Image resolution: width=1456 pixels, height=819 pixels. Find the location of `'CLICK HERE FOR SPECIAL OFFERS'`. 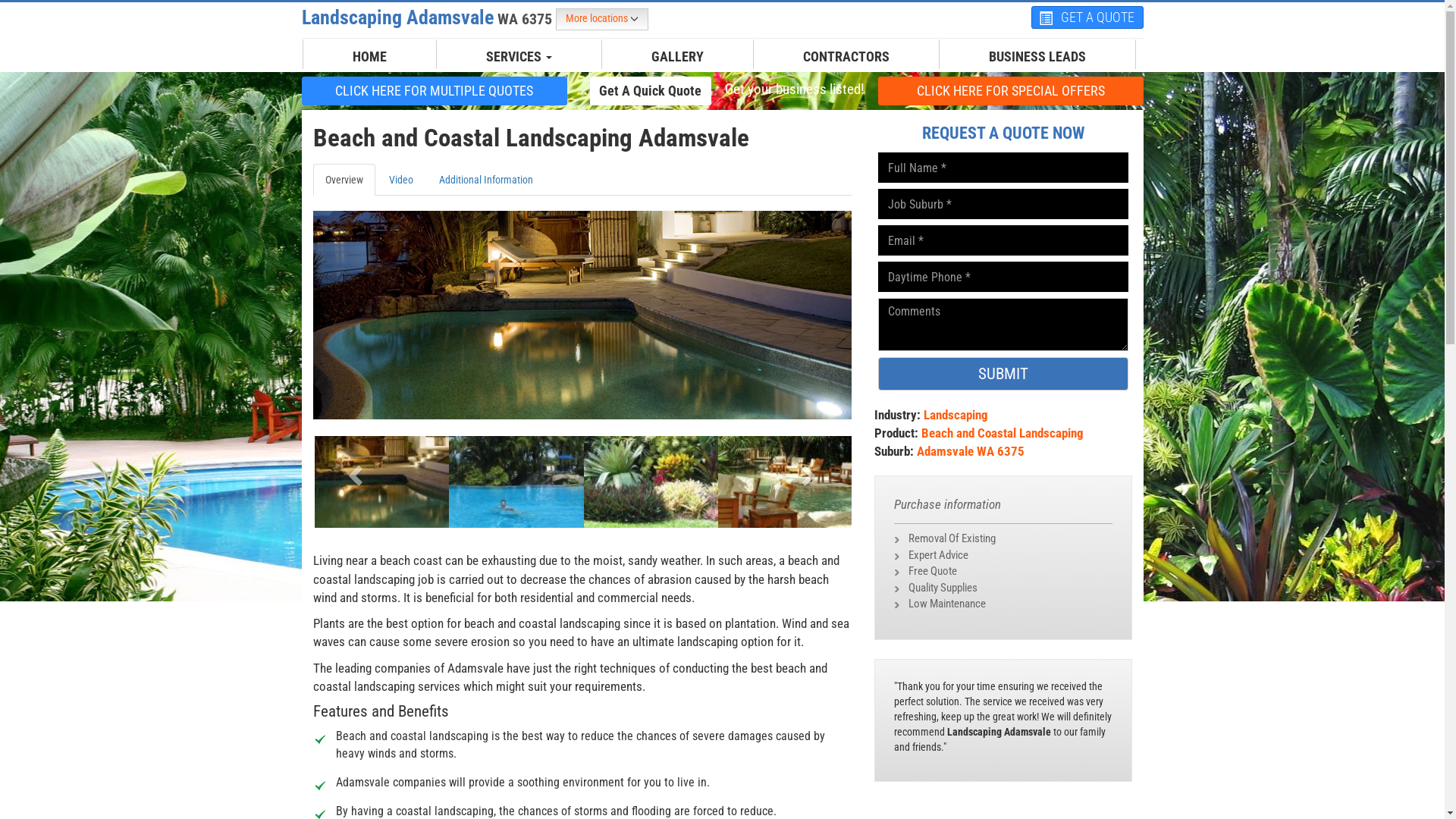

'CLICK HERE FOR SPECIAL OFFERS' is located at coordinates (1011, 90).